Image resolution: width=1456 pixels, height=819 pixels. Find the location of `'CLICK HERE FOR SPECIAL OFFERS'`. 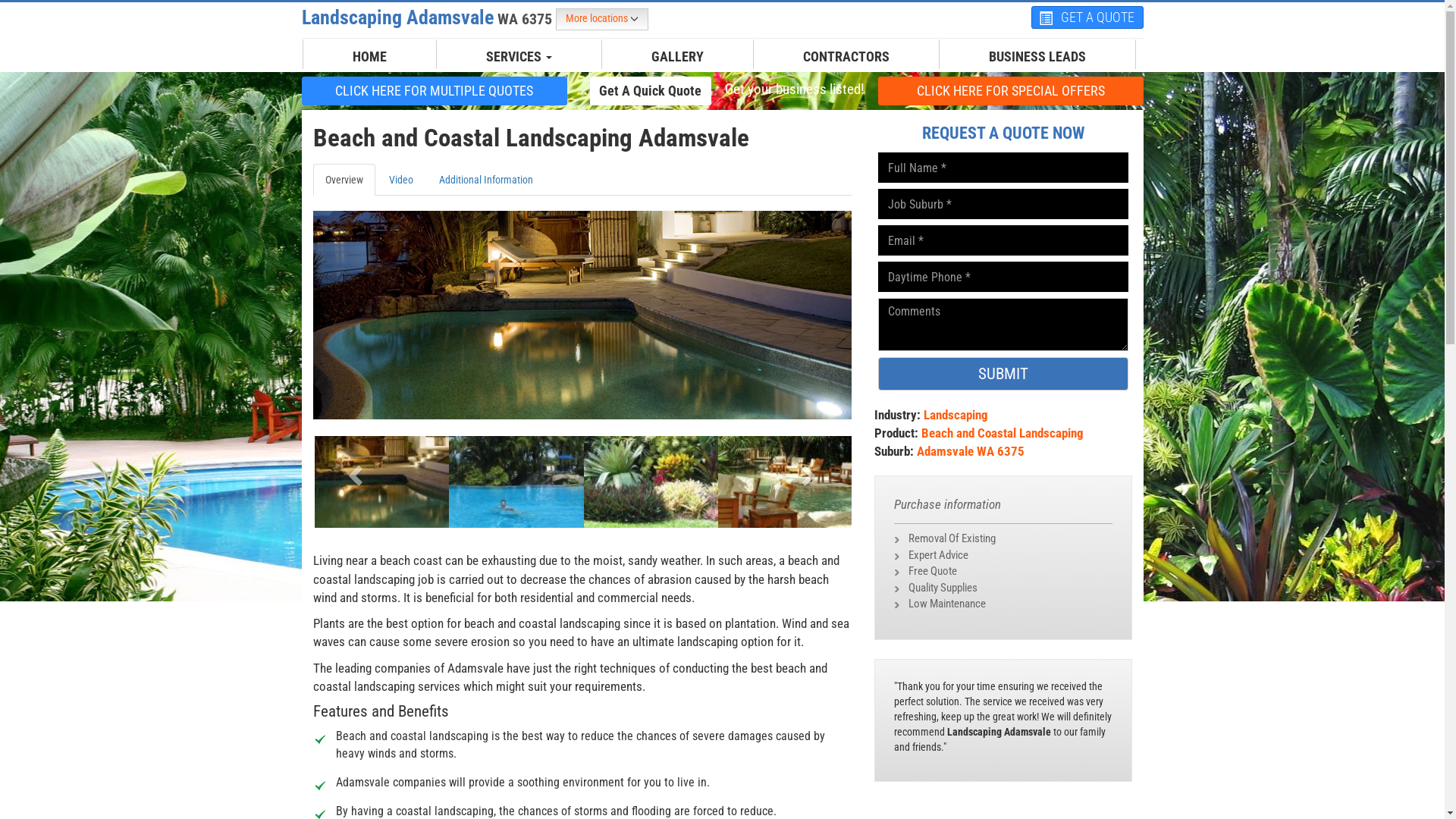

'CLICK HERE FOR SPECIAL OFFERS' is located at coordinates (1011, 90).